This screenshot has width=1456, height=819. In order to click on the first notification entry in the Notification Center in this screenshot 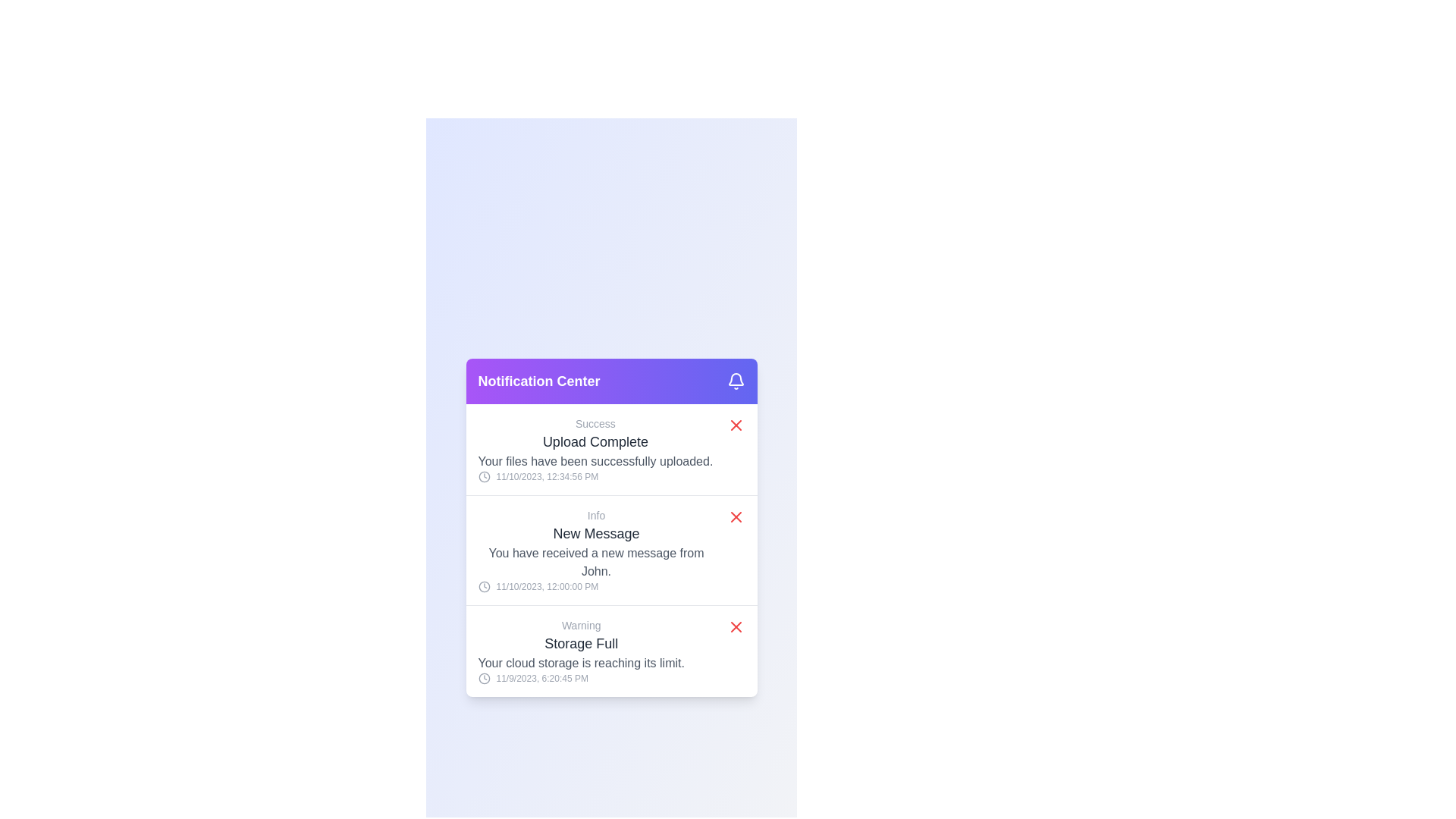, I will do `click(611, 449)`.